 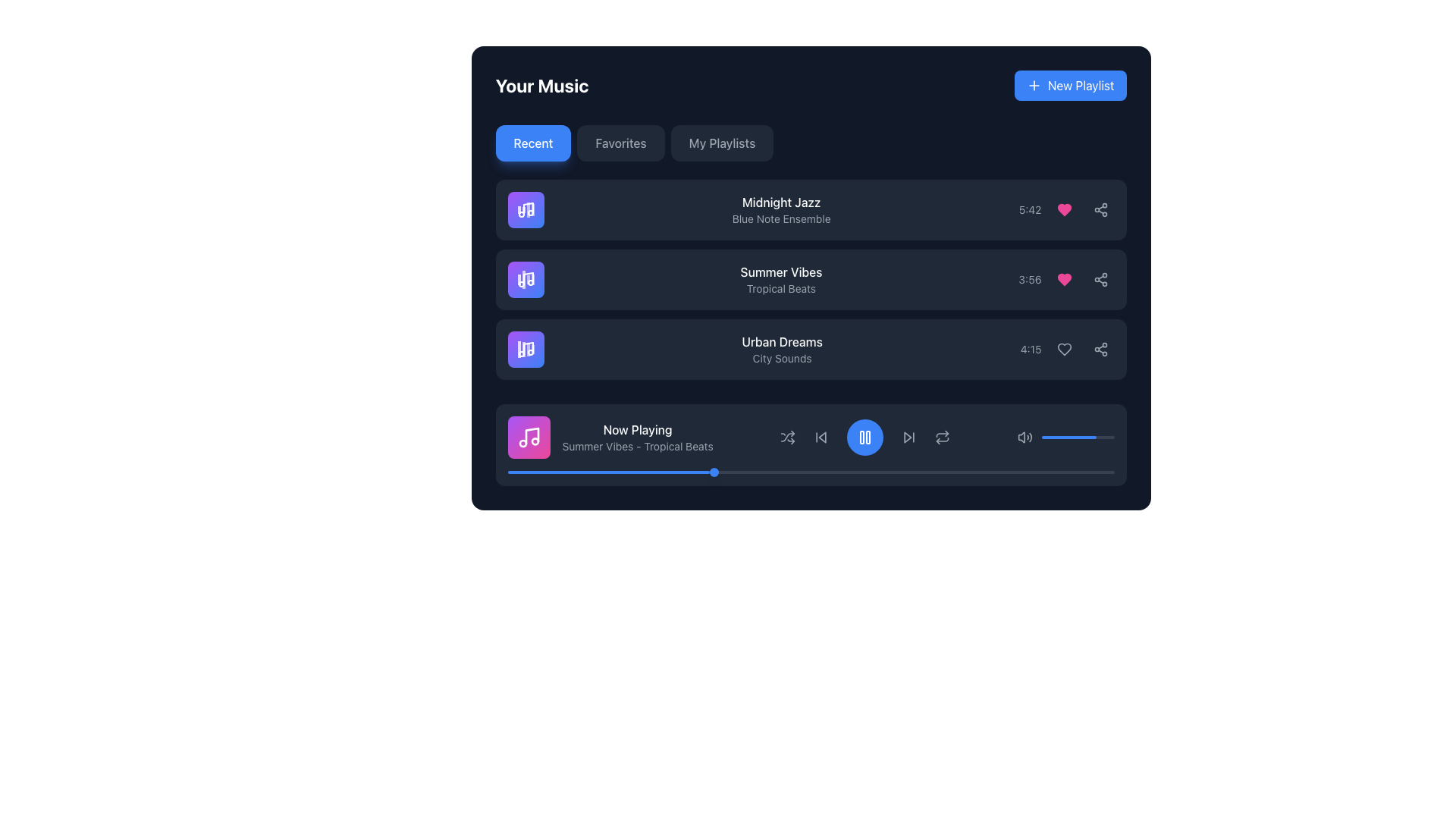 What do you see at coordinates (721, 143) in the screenshot?
I see `the 'My Playlists' tab button, which is the third button in a group of three` at bounding box center [721, 143].